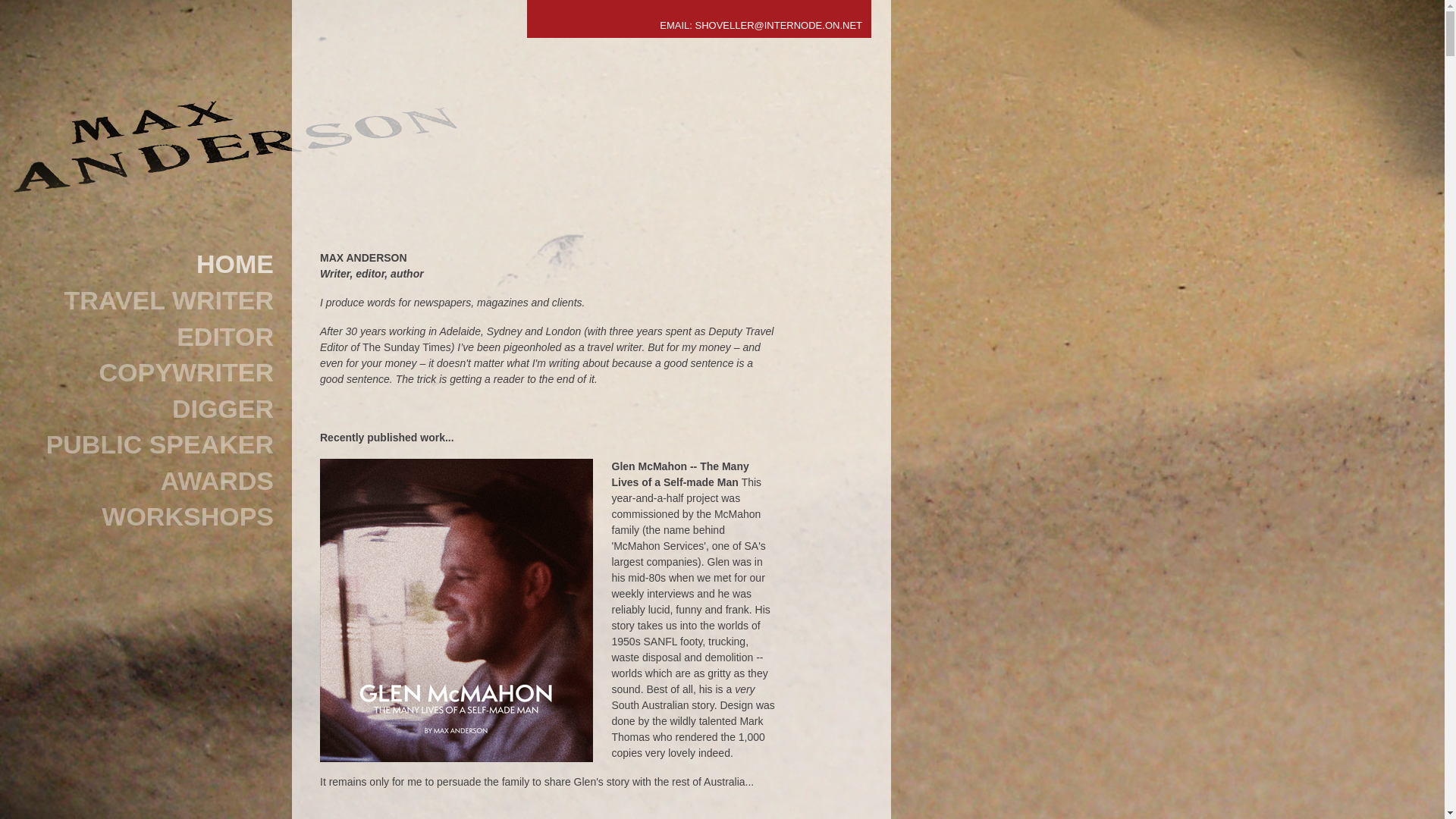 This screenshot has width=1456, height=819. What do you see at coordinates (152, 373) in the screenshot?
I see `'COPYWRITER'` at bounding box center [152, 373].